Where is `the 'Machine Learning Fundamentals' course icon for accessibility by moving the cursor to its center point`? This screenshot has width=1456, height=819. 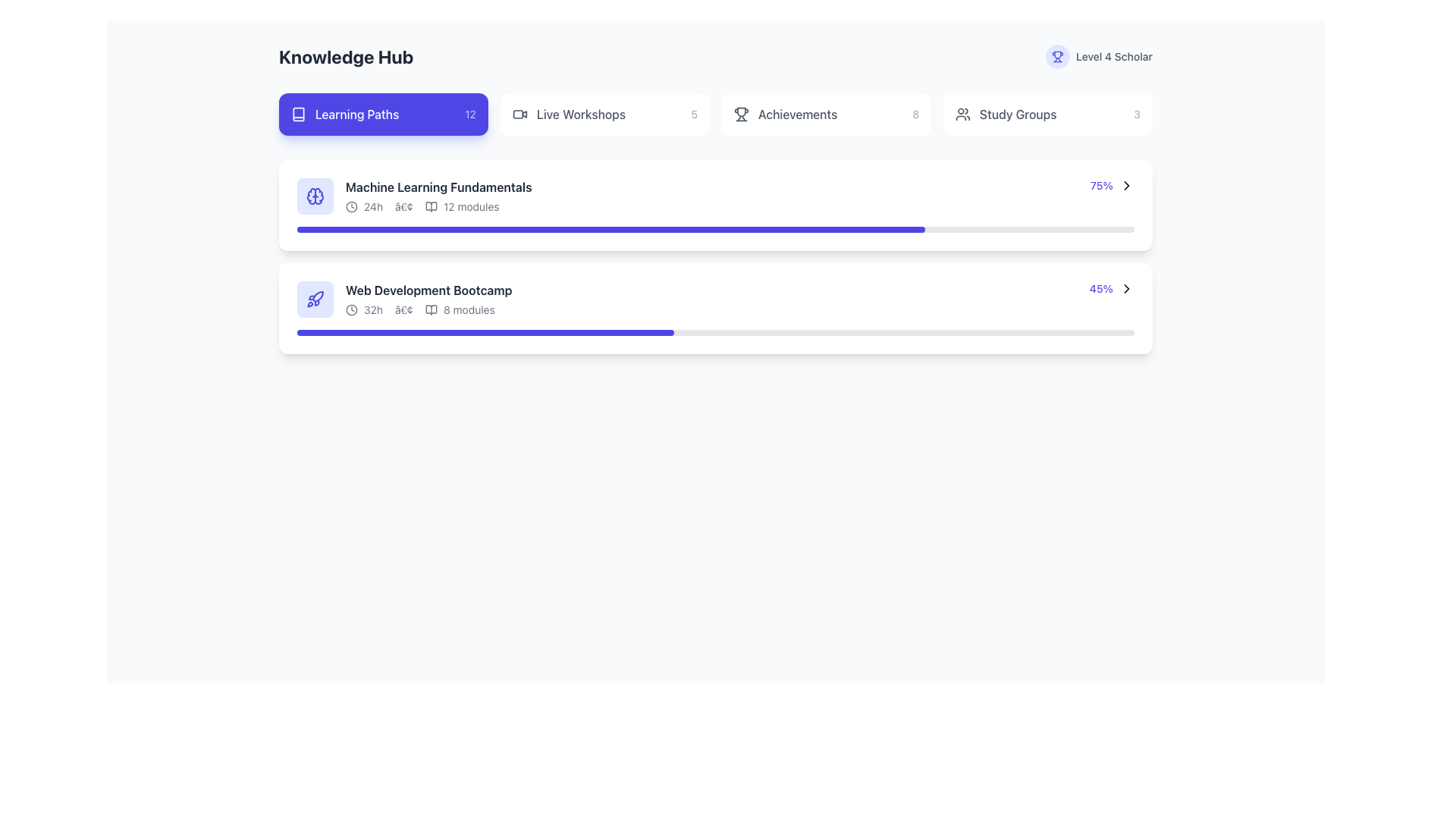 the 'Machine Learning Fundamentals' course icon for accessibility by moving the cursor to its center point is located at coordinates (315, 195).